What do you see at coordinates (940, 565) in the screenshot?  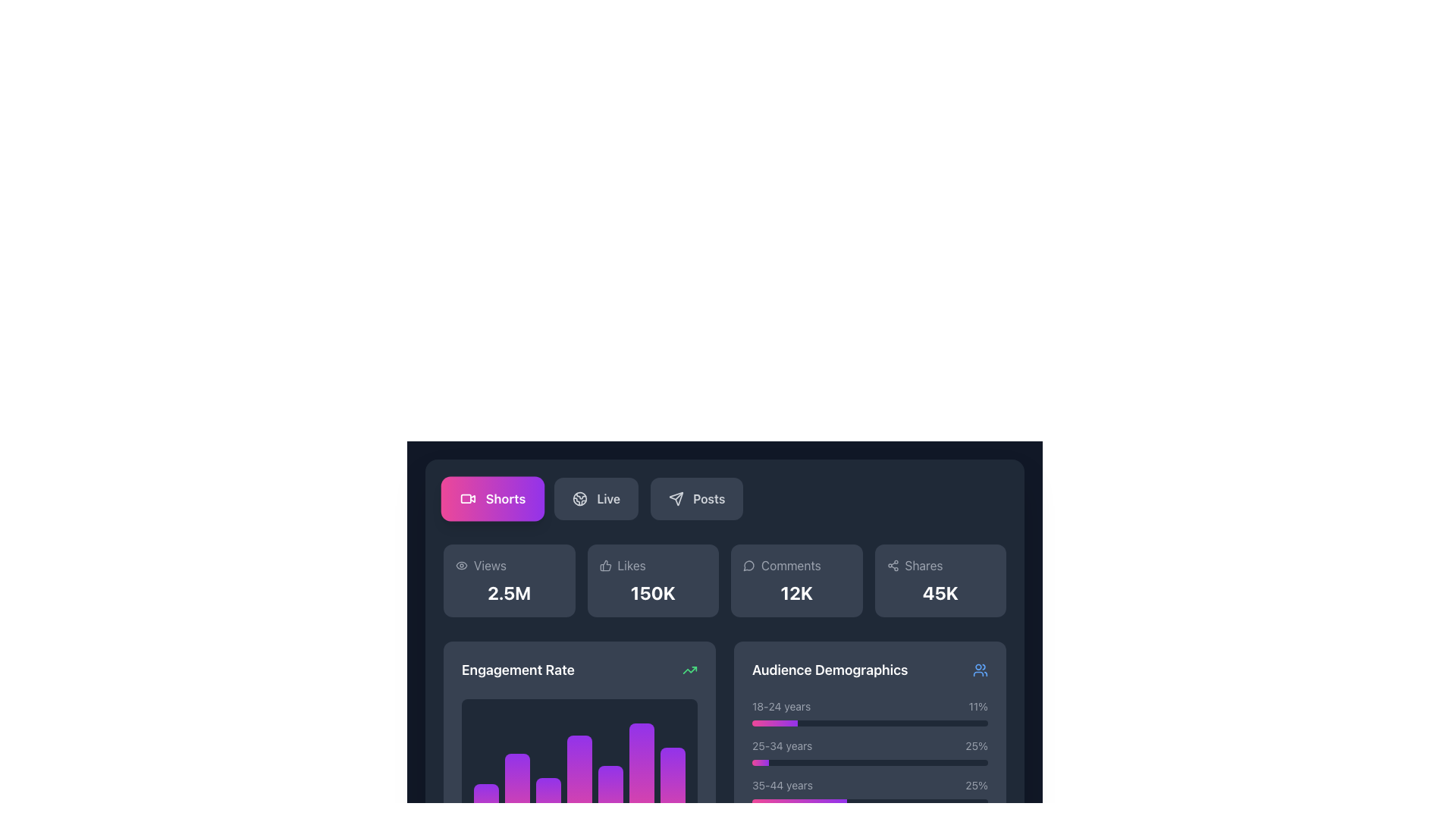 I see `the label with an icon that indicates the significance of the share count, which is horizontally aligned with the numeric text '45K'` at bounding box center [940, 565].